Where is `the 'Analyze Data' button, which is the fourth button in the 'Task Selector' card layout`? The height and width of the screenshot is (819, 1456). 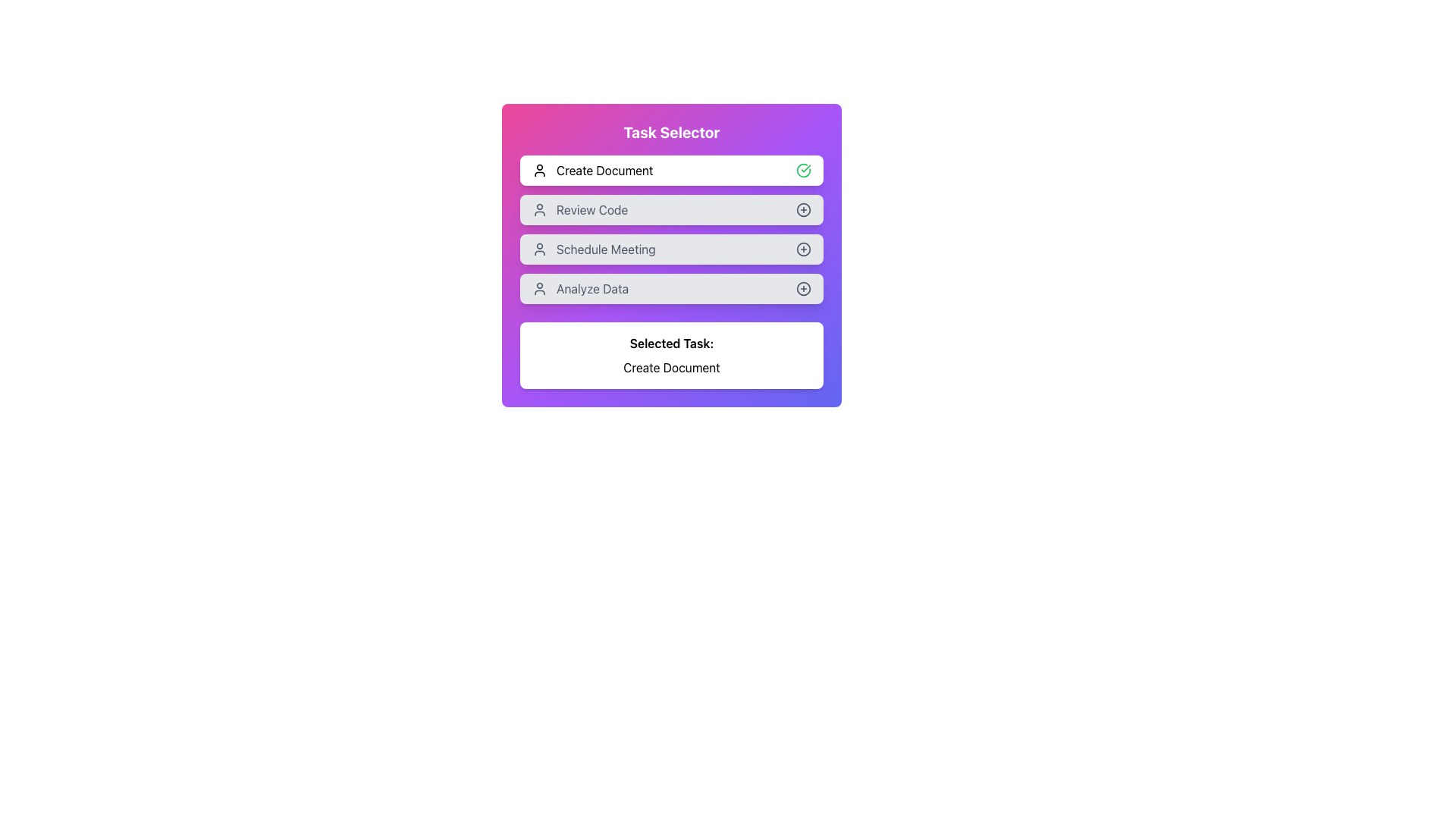
the 'Analyze Data' button, which is the fourth button in the 'Task Selector' card layout is located at coordinates (671, 289).